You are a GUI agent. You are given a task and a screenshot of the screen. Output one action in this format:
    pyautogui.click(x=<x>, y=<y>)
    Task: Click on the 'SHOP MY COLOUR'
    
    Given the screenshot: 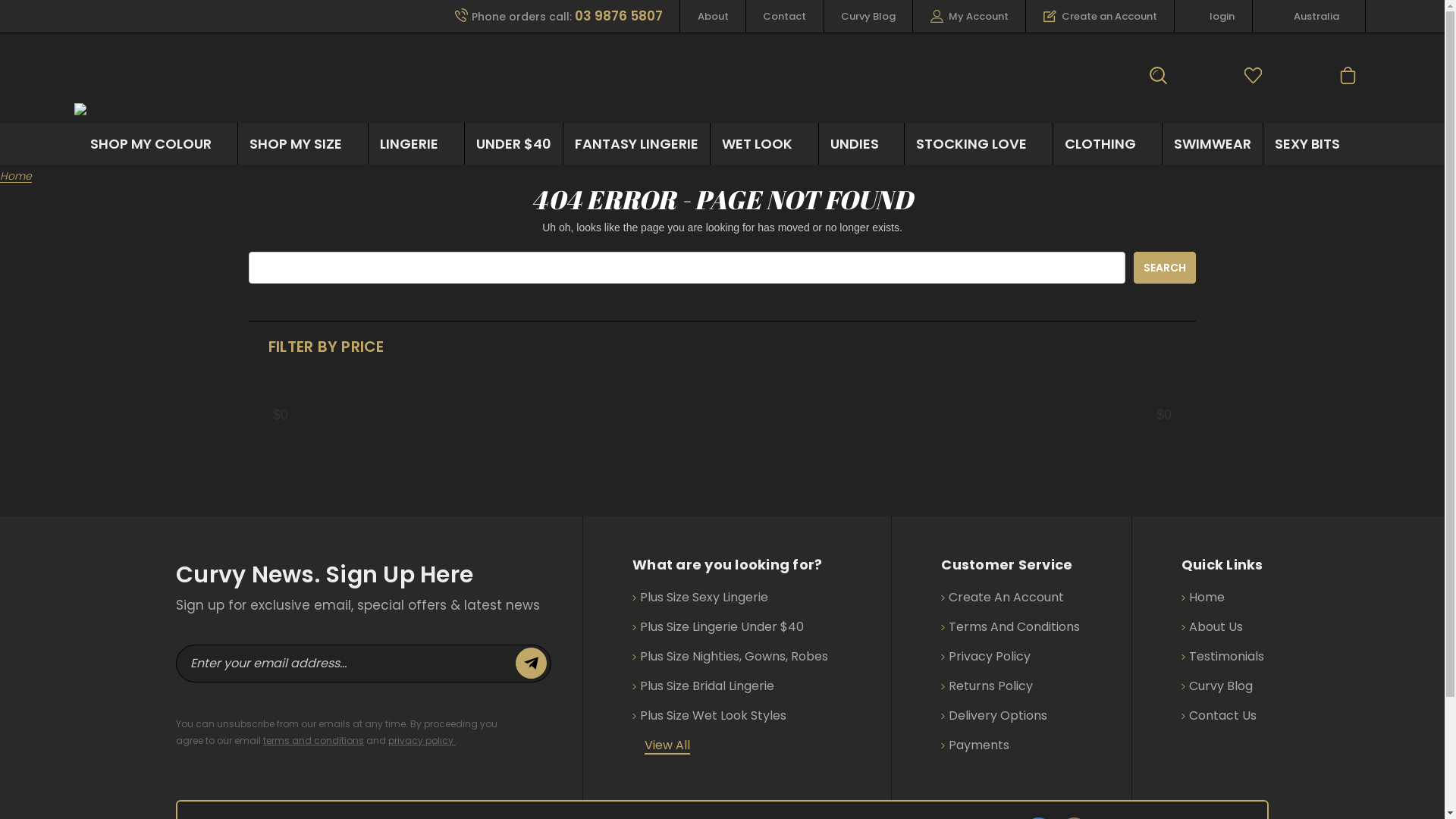 What is the action you would take?
    pyautogui.click(x=158, y=143)
    